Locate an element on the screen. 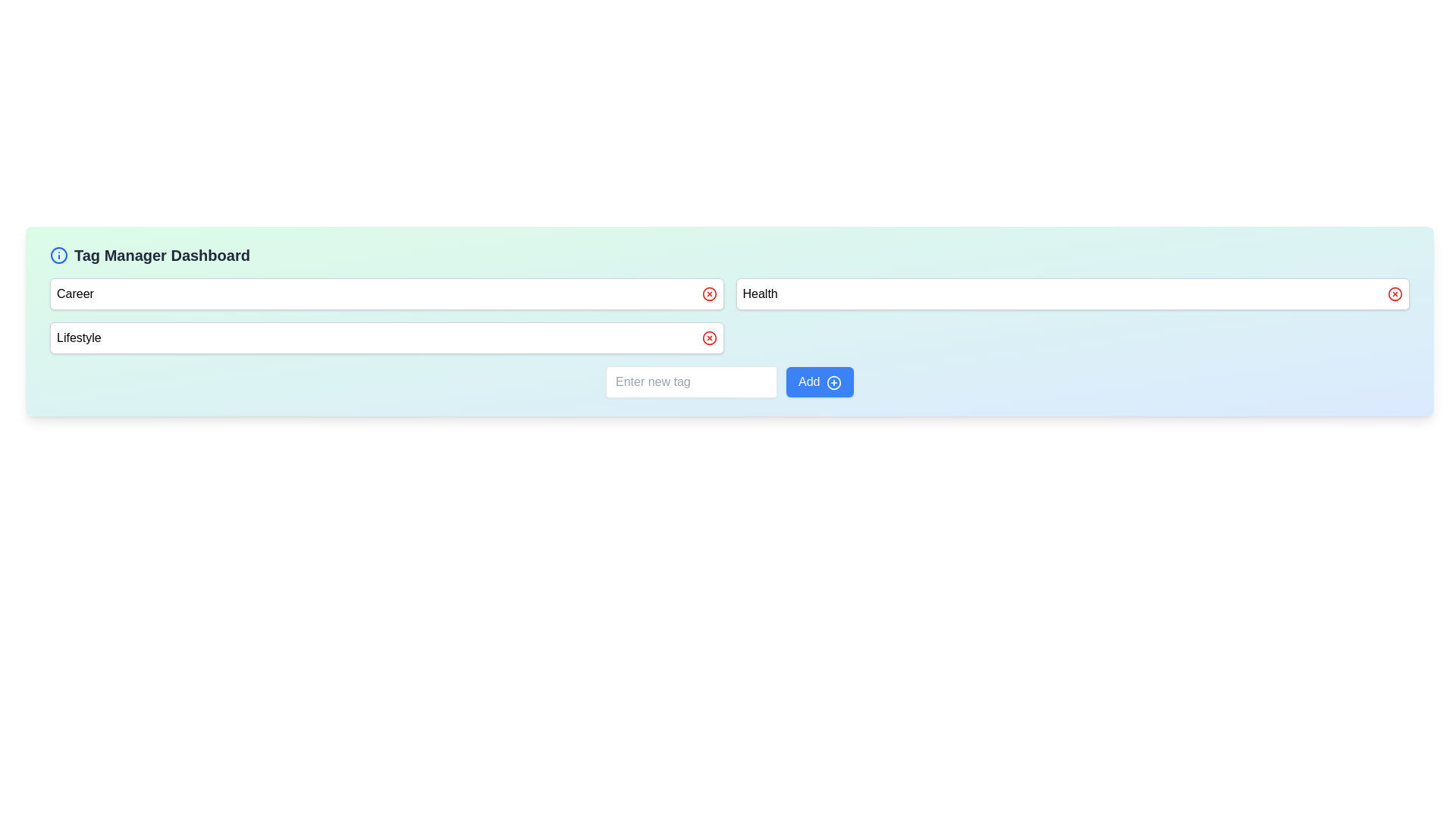  the button located in the top-right corner of the second row's input field labeled 'Lifestyle' is located at coordinates (1395, 294).